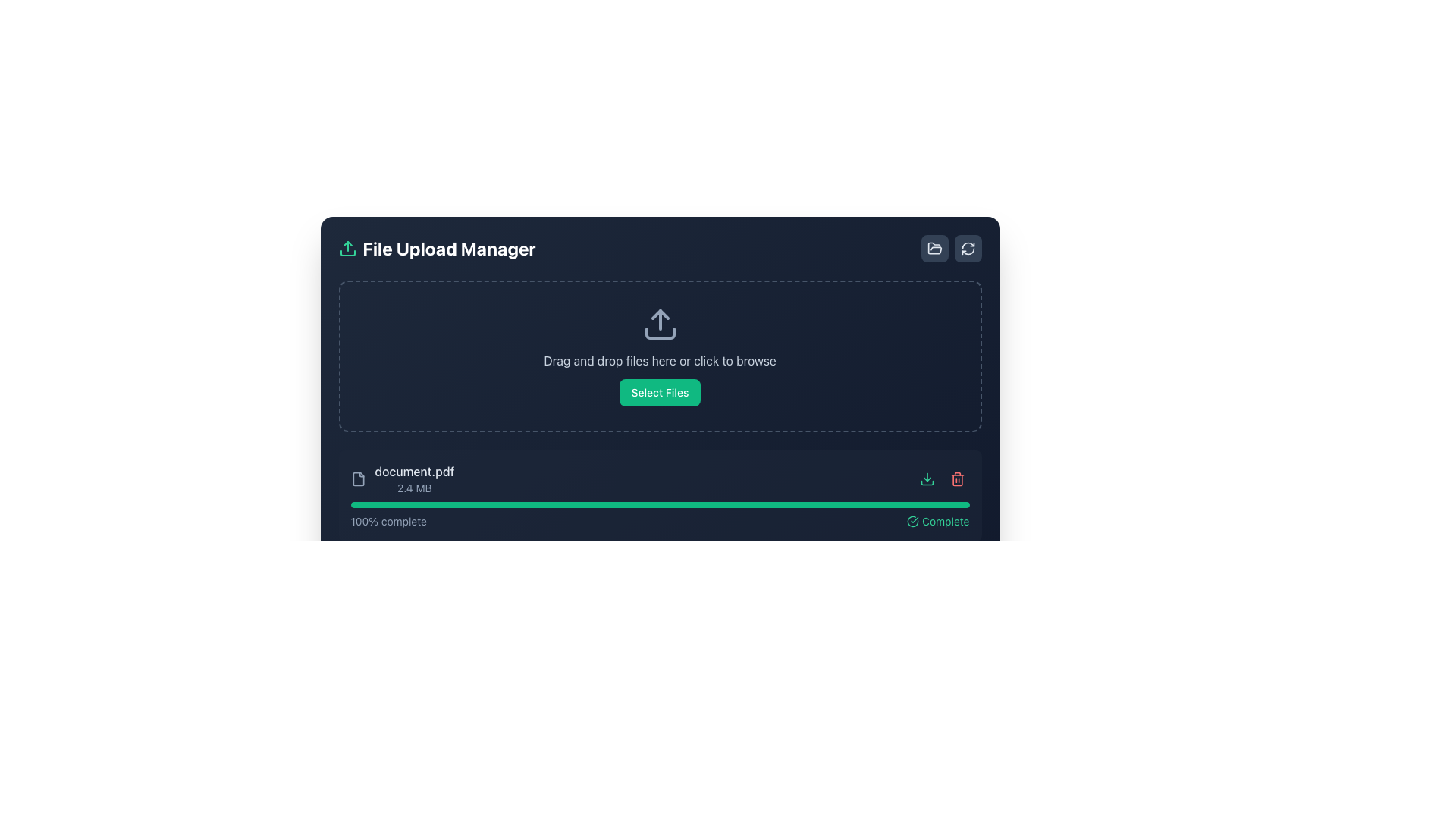 The height and width of the screenshot is (819, 1456). What do you see at coordinates (926, 479) in the screenshot?
I see `the Download button located in the bottom-right corner of the progress bar section, which is the leftmost icon next to the red trash bin icon, to initiate the file download` at bounding box center [926, 479].